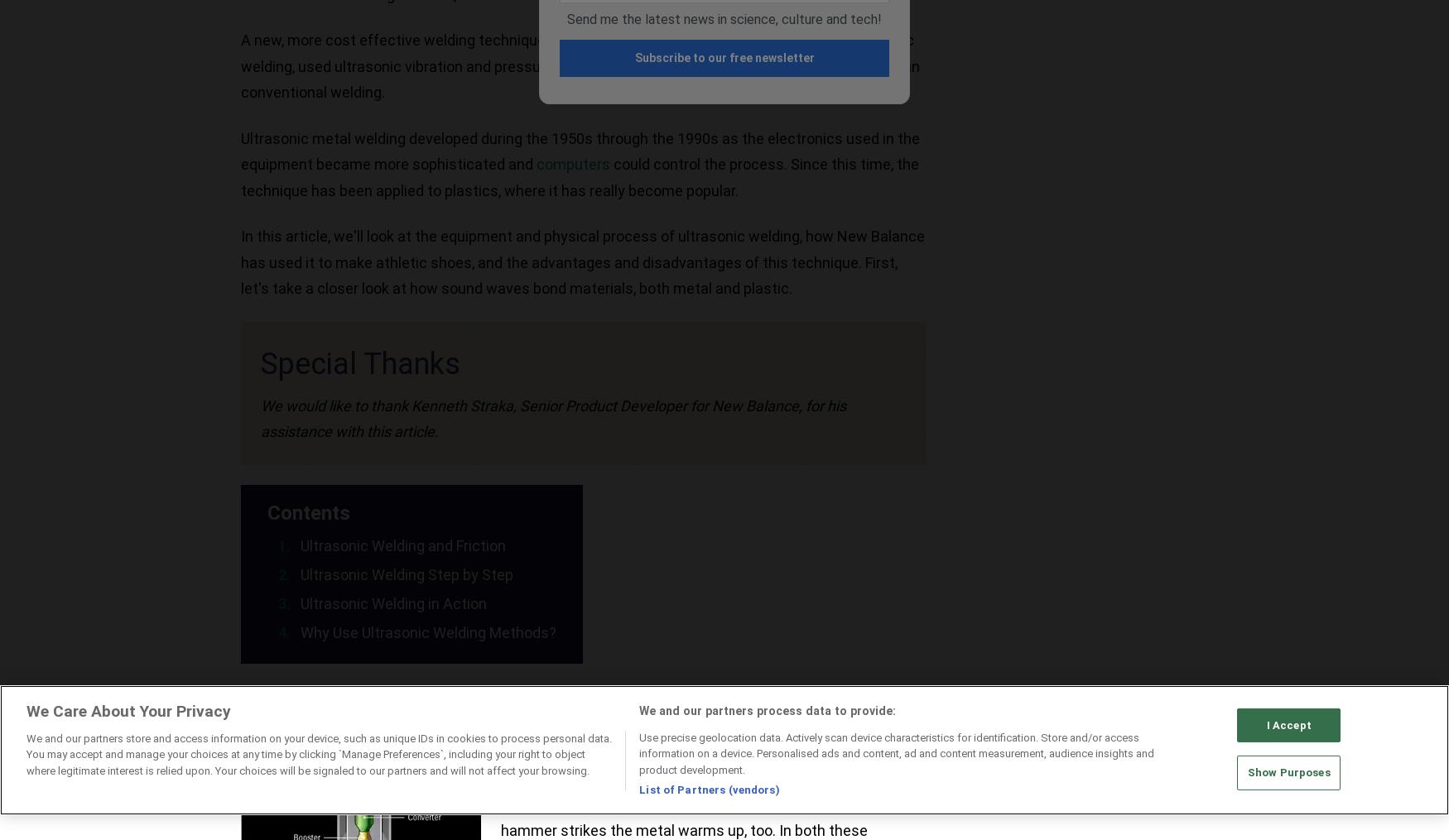  What do you see at coordinates (536, 163) in the screenshot?
I see `'computers'` at bounding box center [536, 163].